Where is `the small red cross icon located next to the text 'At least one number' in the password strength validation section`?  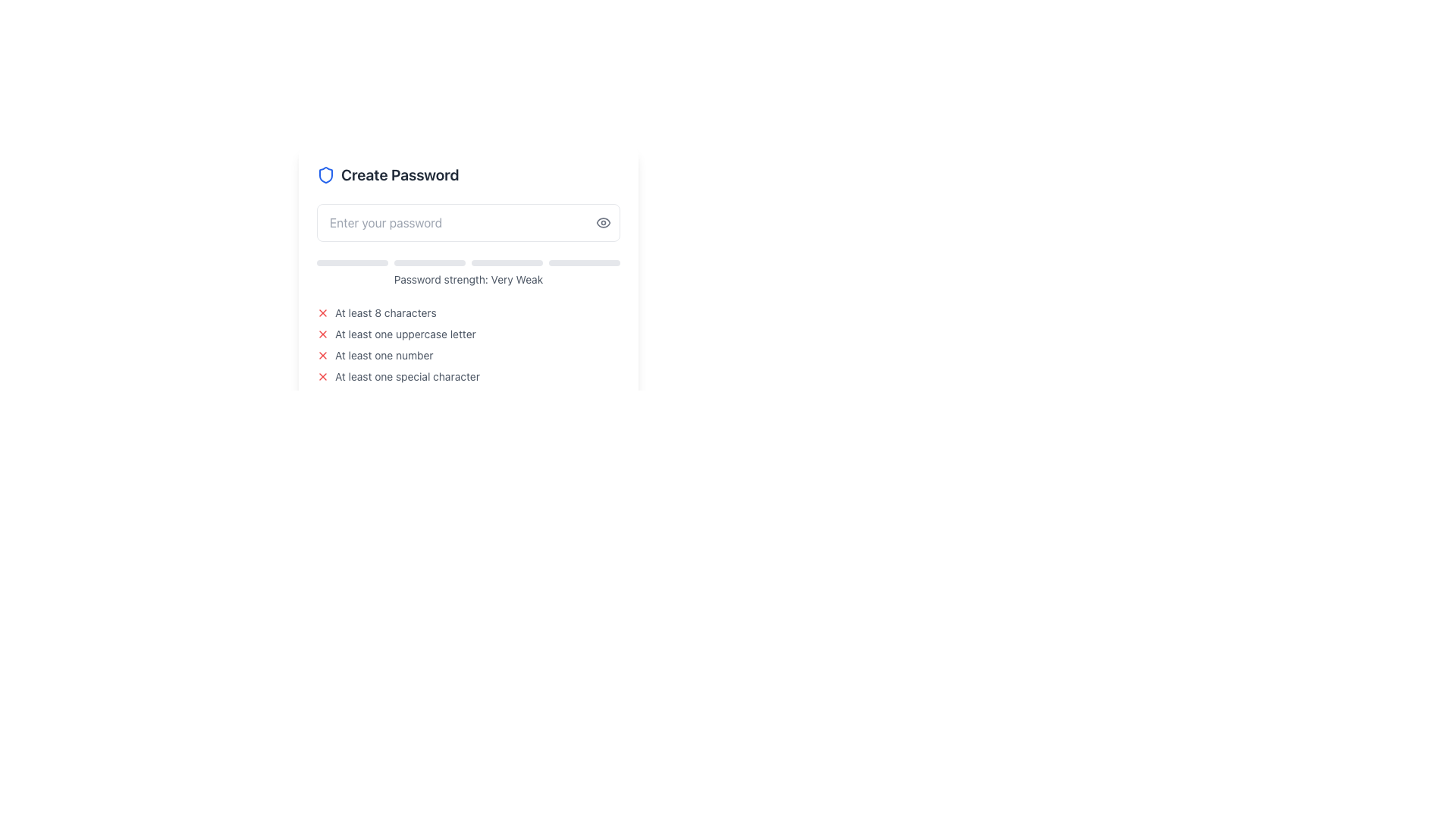
the small red cross icon located next to the text 'At least one number' in the password strength validation section is located at coordinates (322, 356).